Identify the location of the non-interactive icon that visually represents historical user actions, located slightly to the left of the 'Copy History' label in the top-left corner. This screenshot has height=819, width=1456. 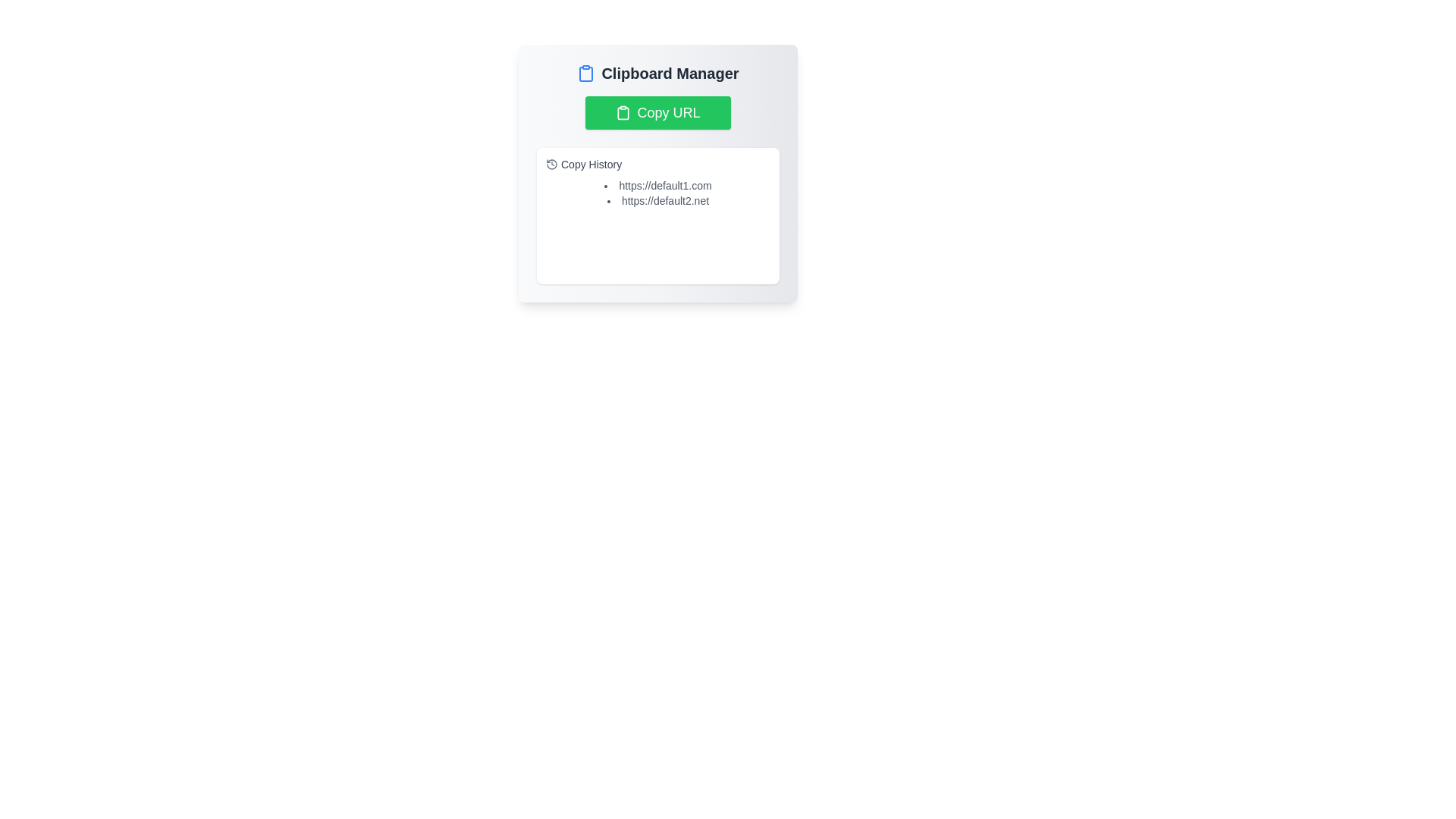
(551, 164).